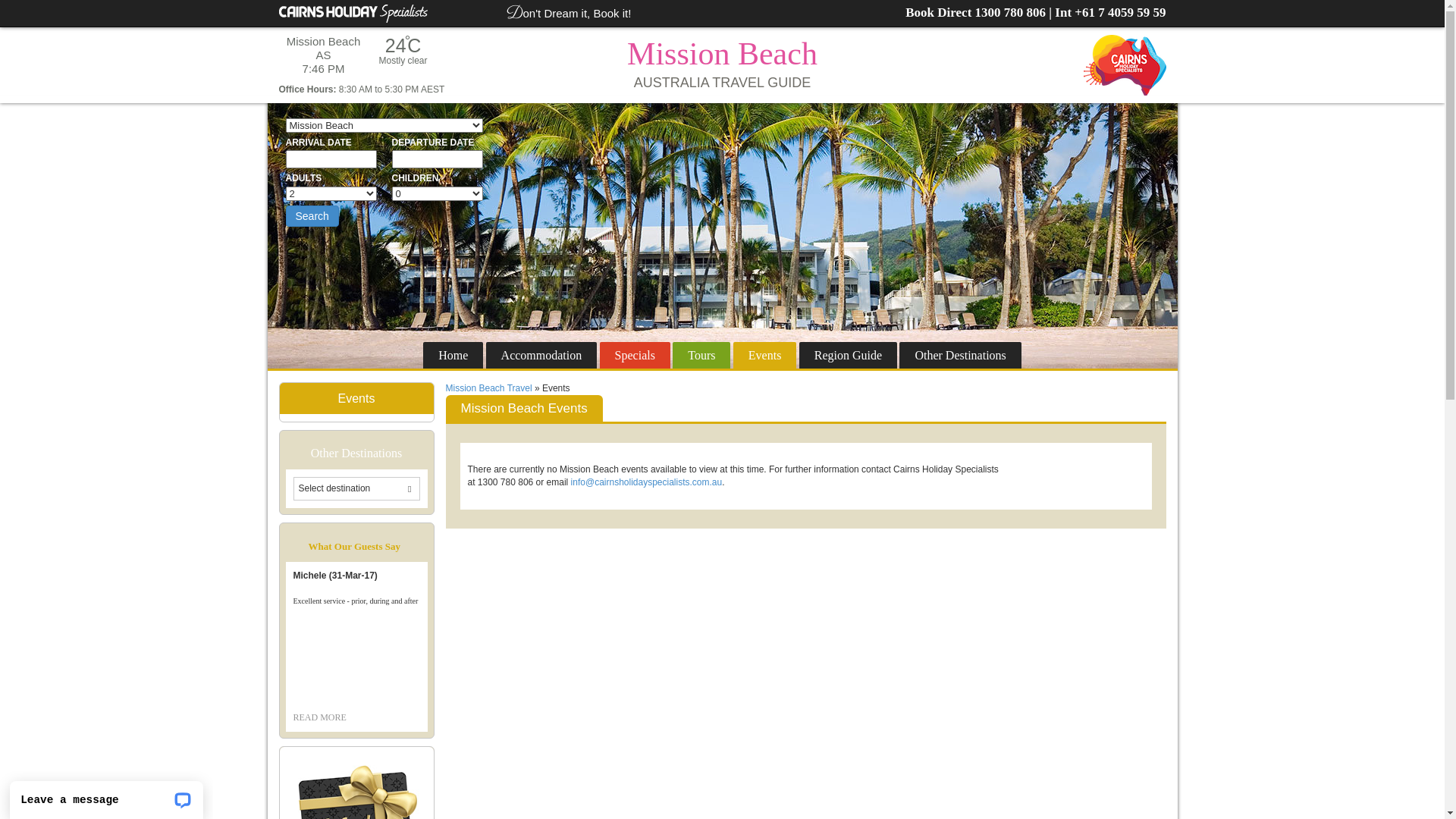 This screenshot has width=1456, height=819. I want to click on 'info@cairnsholidayspecialists.com.au', so click(647, 482).